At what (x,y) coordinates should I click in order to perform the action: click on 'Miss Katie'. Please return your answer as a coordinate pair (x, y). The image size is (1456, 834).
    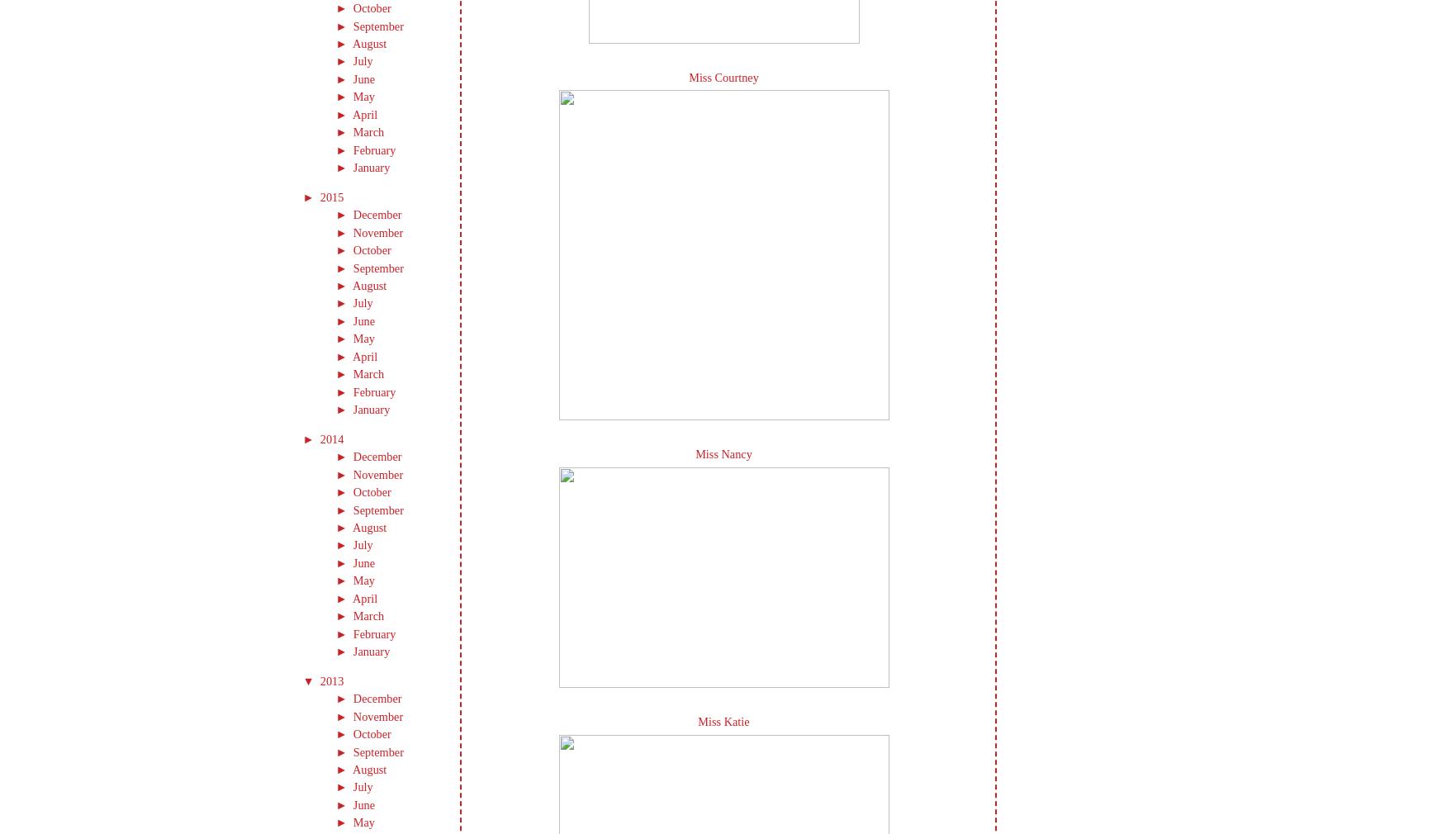
    Looking at the image, I should click on (698, 721).